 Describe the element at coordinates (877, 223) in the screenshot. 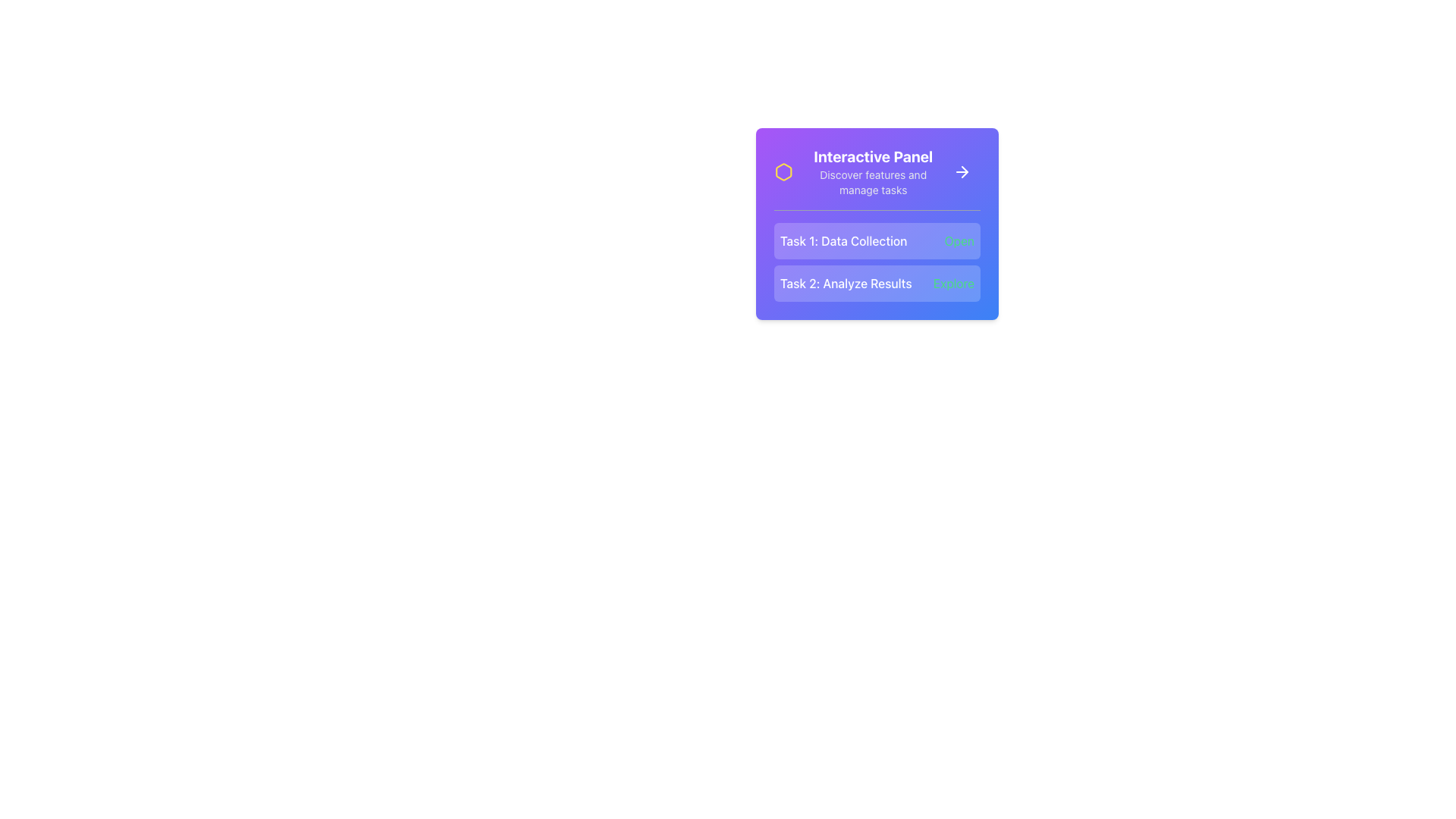

I see `the task management dashboard panel` at that location.